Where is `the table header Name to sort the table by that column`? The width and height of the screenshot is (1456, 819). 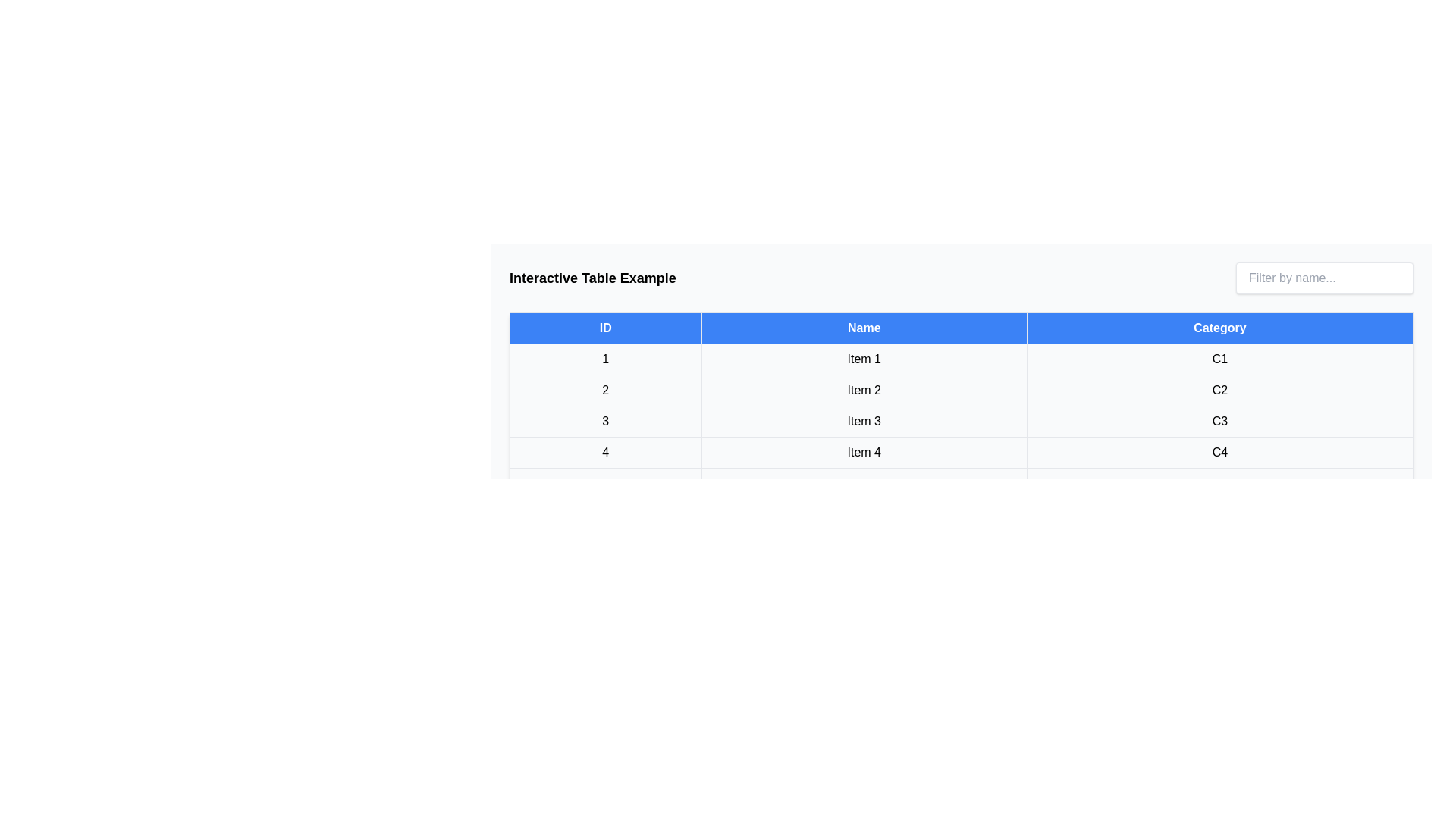
the table header Name to sort the table by that column is located at coordinates (863, 327).